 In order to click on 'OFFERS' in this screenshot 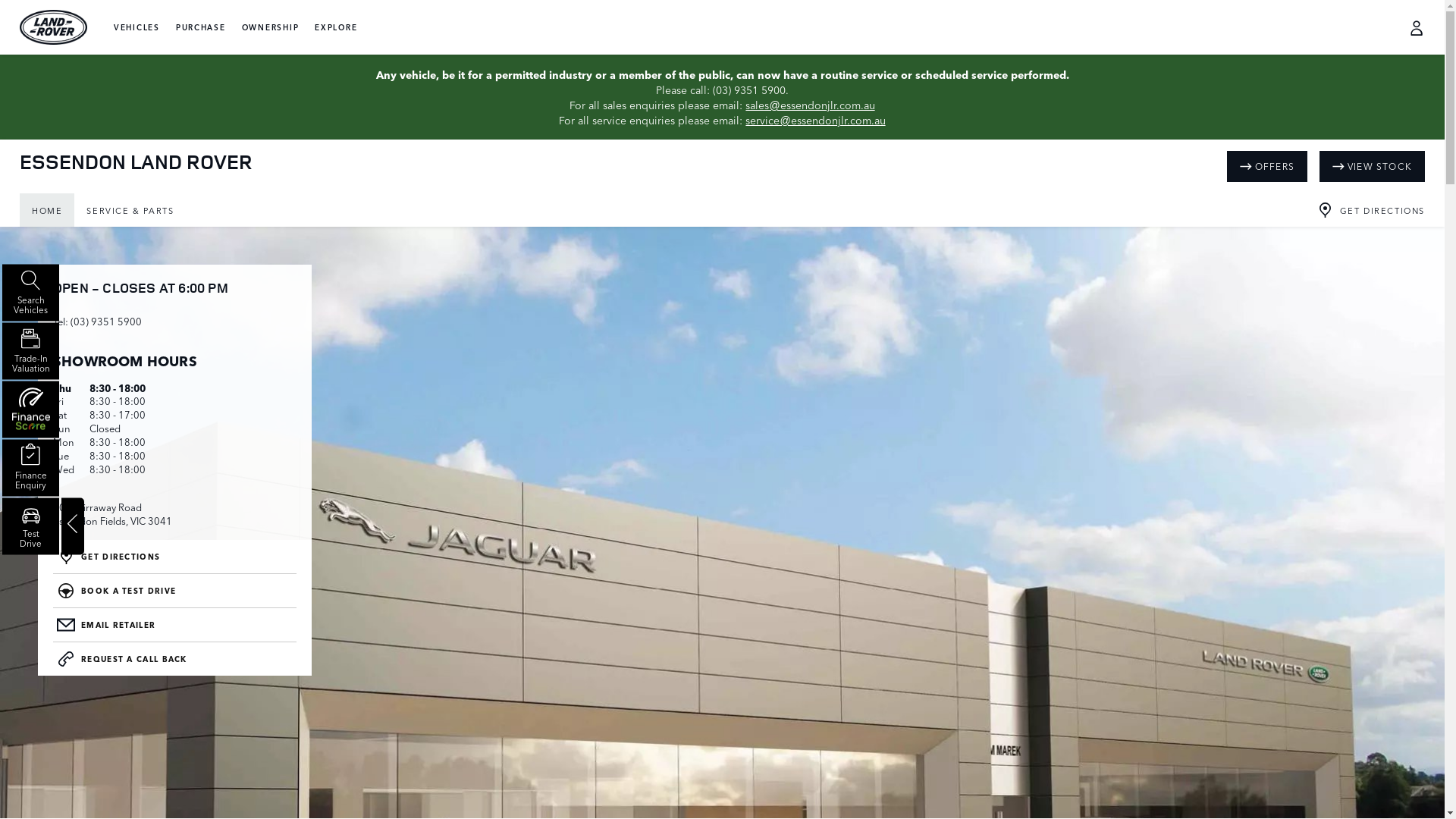, I will do `click(1266, 166)`.